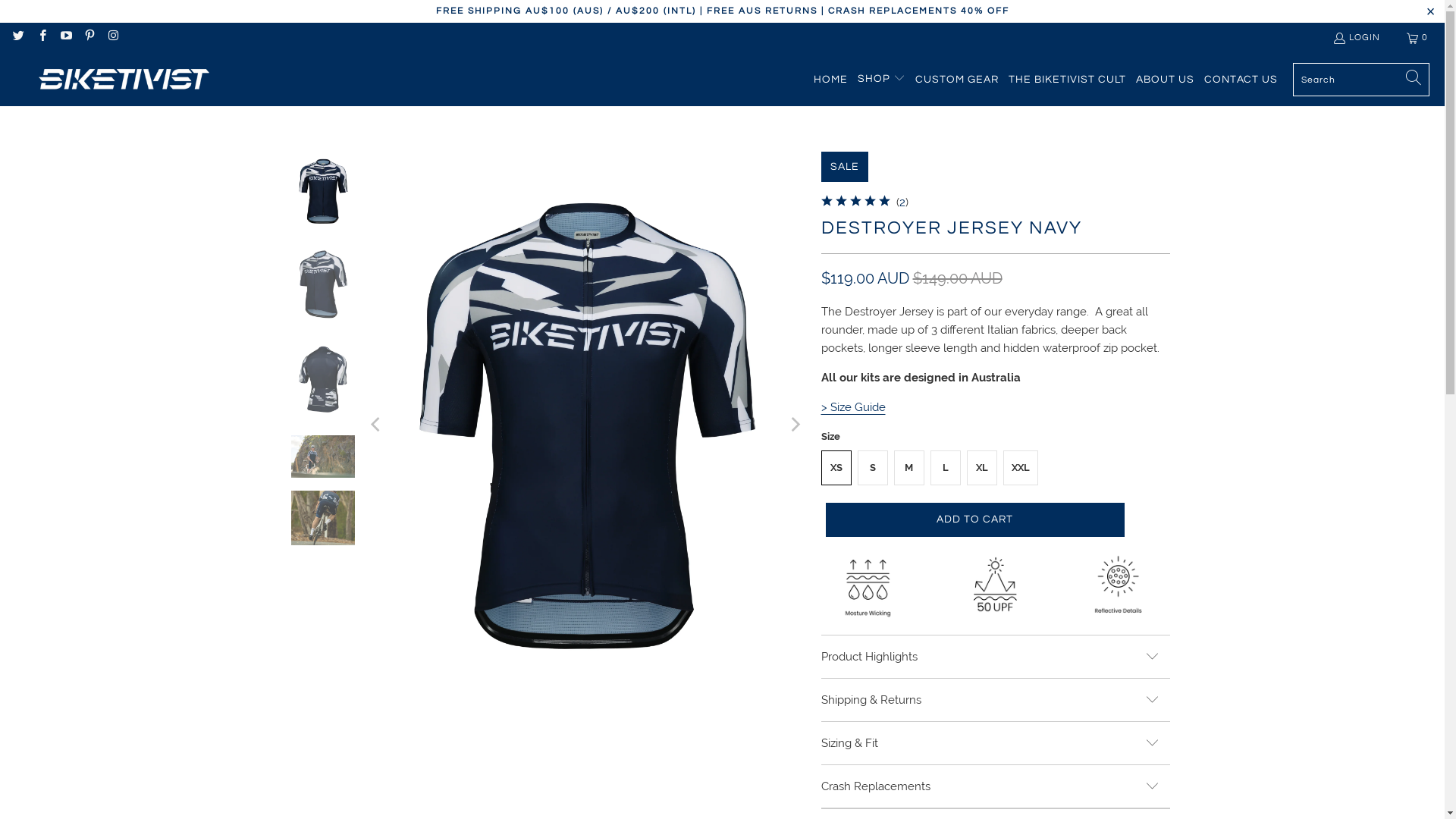 The width and height of the screenshot is (1456, 819). I want to click on 'Biketivist on Instagram', so click(111, 36).